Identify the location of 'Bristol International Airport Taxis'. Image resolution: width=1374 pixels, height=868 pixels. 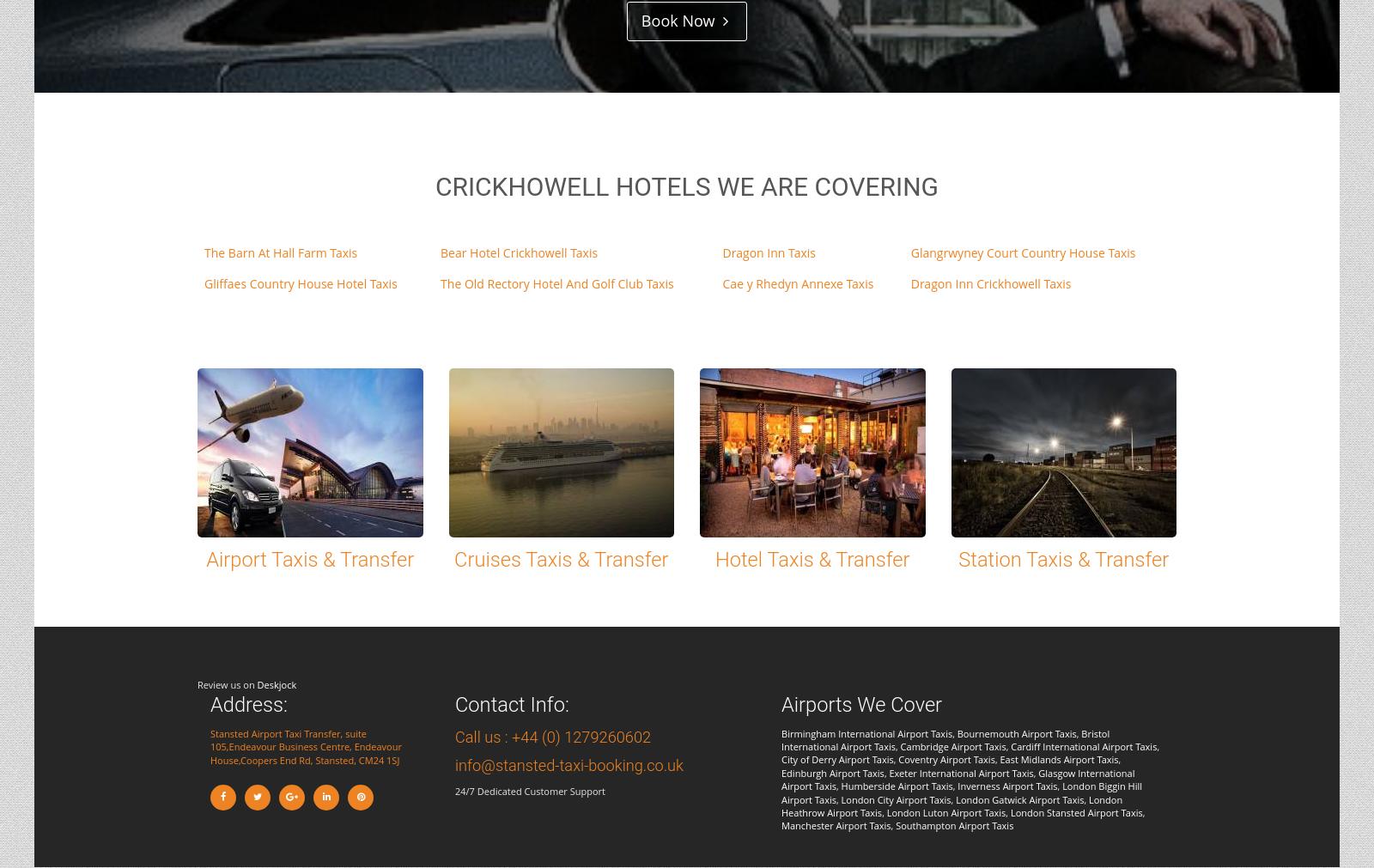
(780, 738).